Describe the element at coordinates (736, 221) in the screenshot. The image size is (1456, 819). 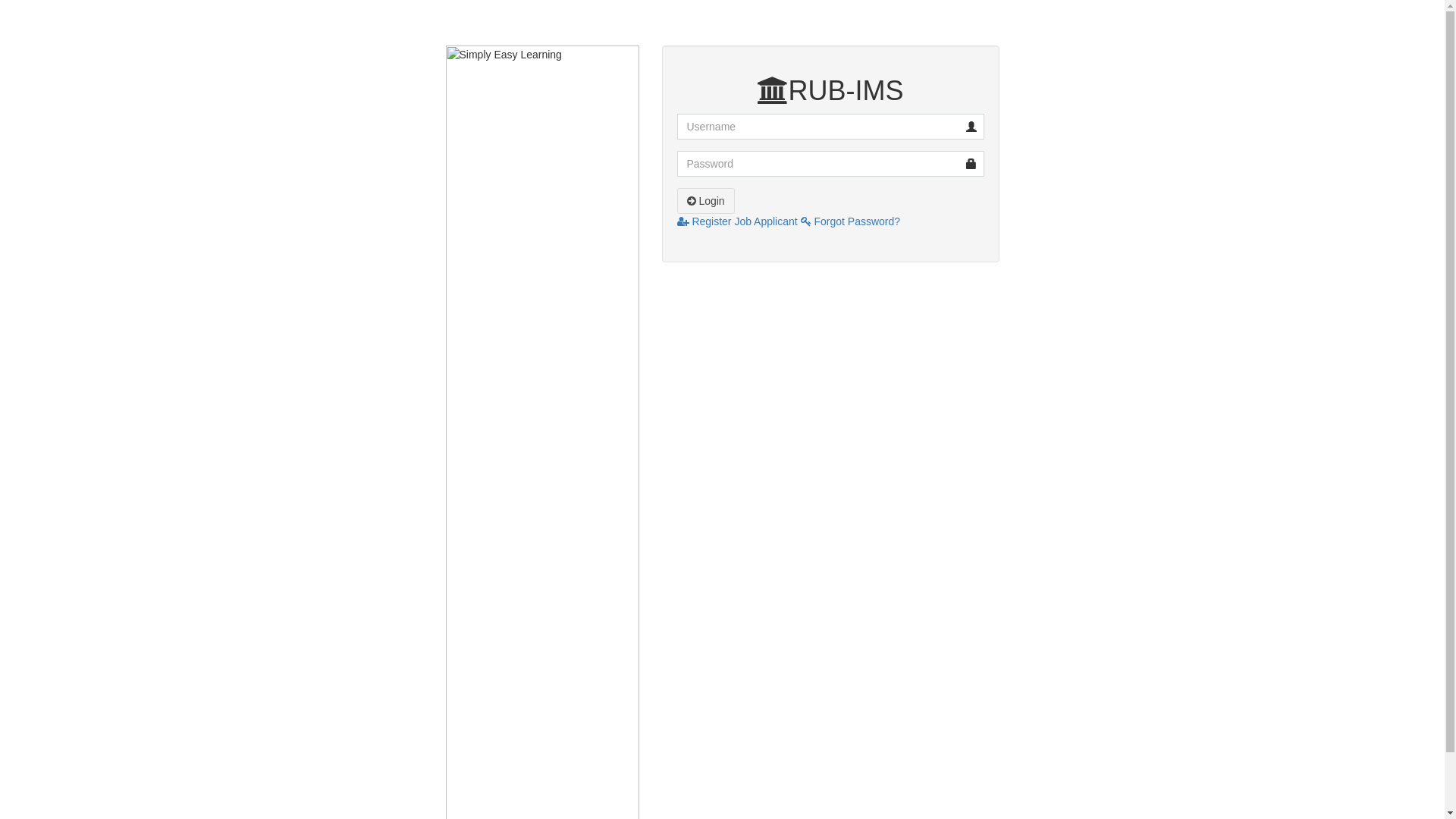
I see `'Register Job Applicant'` at that location.